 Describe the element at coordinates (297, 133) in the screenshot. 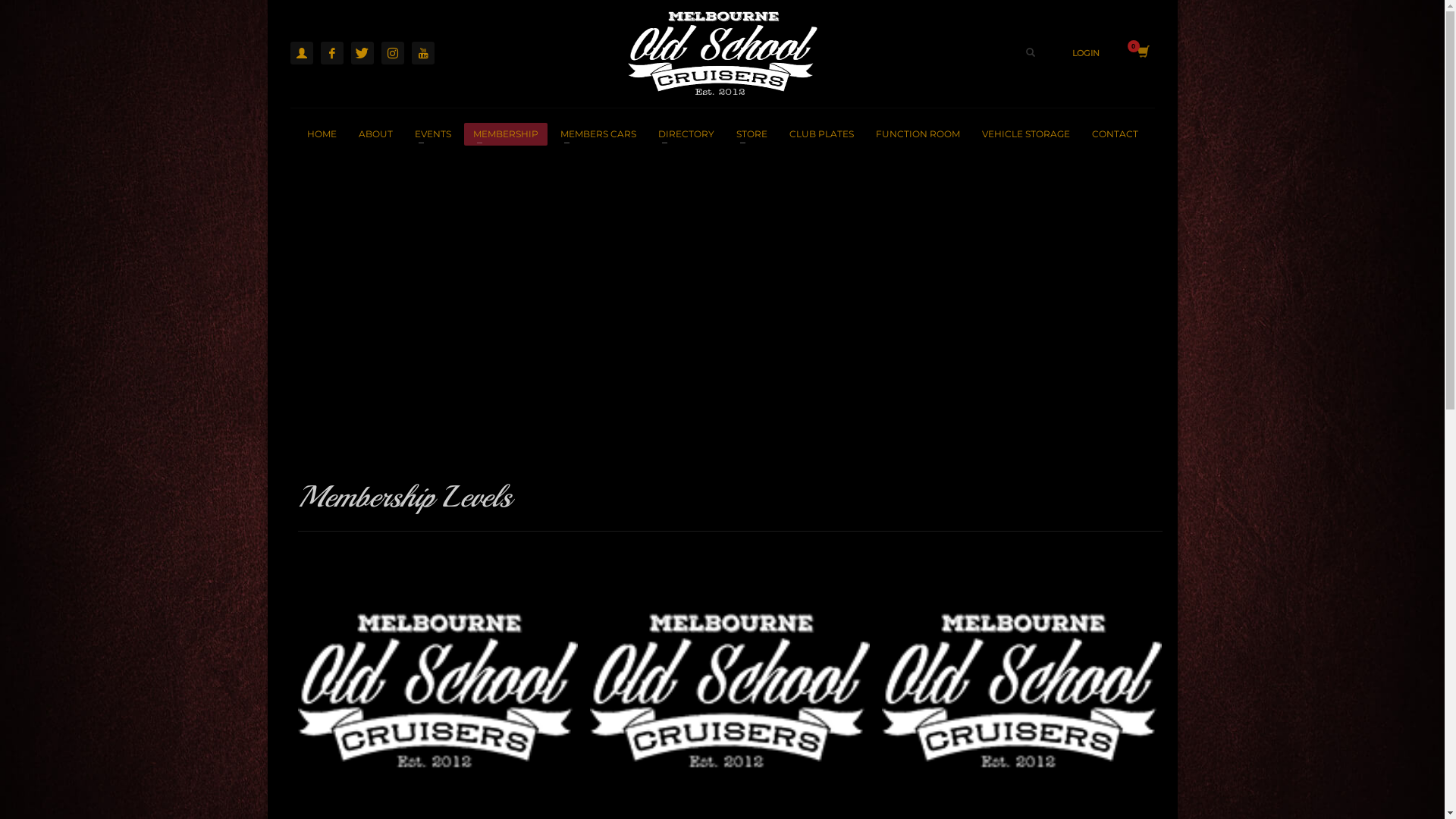

I see `'HOME'` at that location.